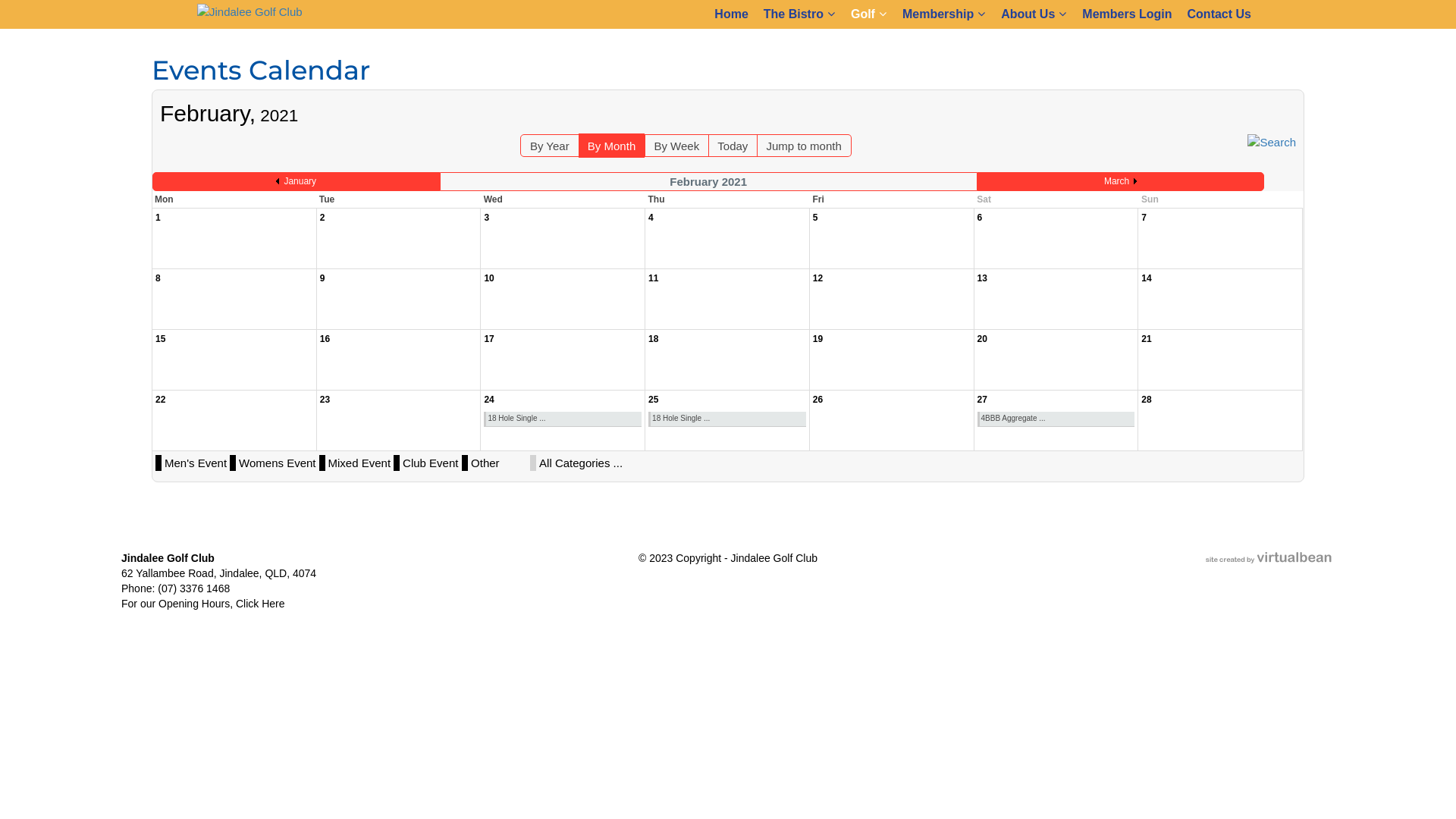 The height and width of the screenshot is (819, 1456). What do you see at coordinates (731, 14) in the screenshot?
I see `'Home'` at bounding box center [731, 14].